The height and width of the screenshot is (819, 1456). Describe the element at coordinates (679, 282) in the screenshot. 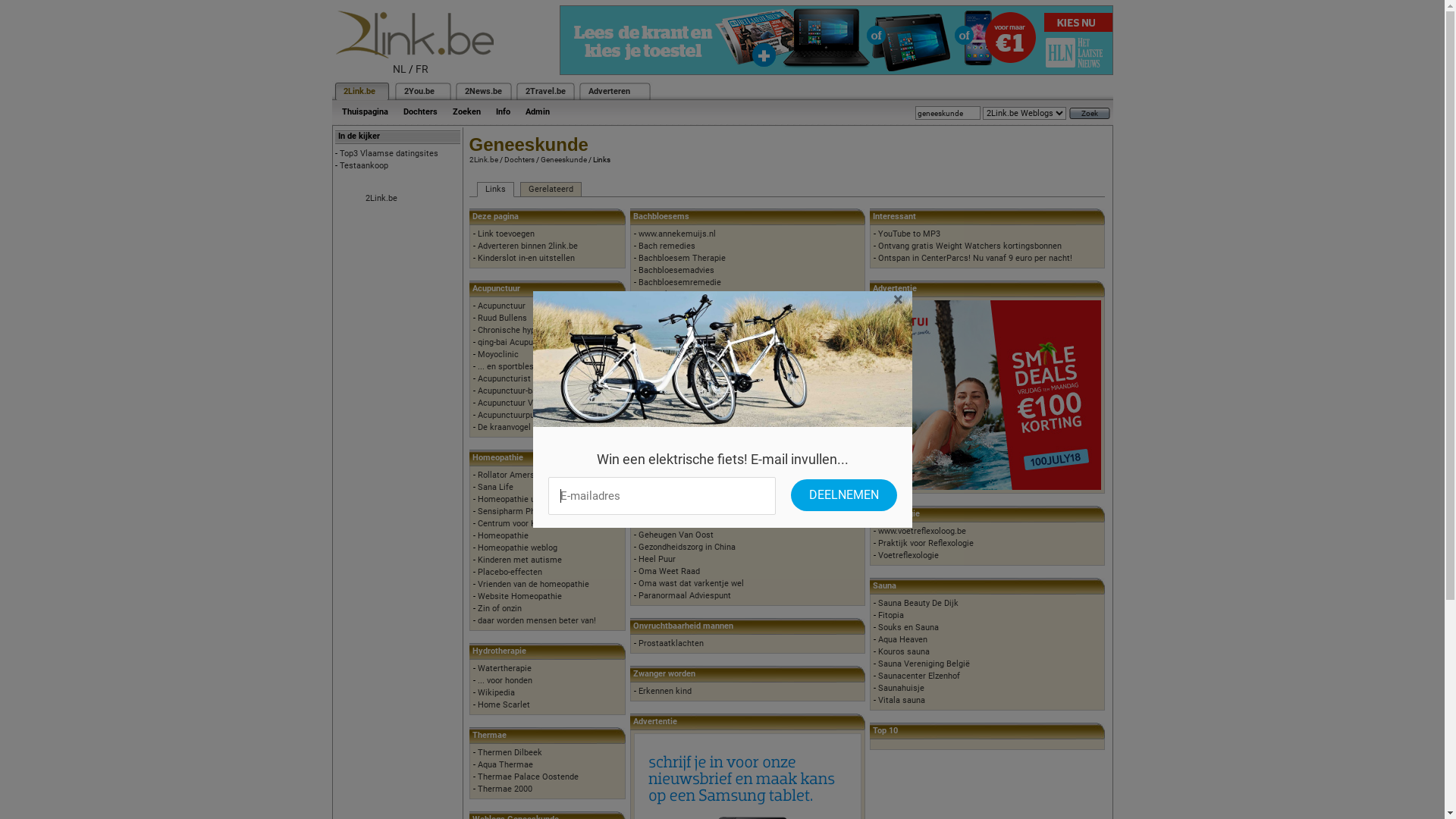

I see `'Bachbloesemremedie'` at that location.